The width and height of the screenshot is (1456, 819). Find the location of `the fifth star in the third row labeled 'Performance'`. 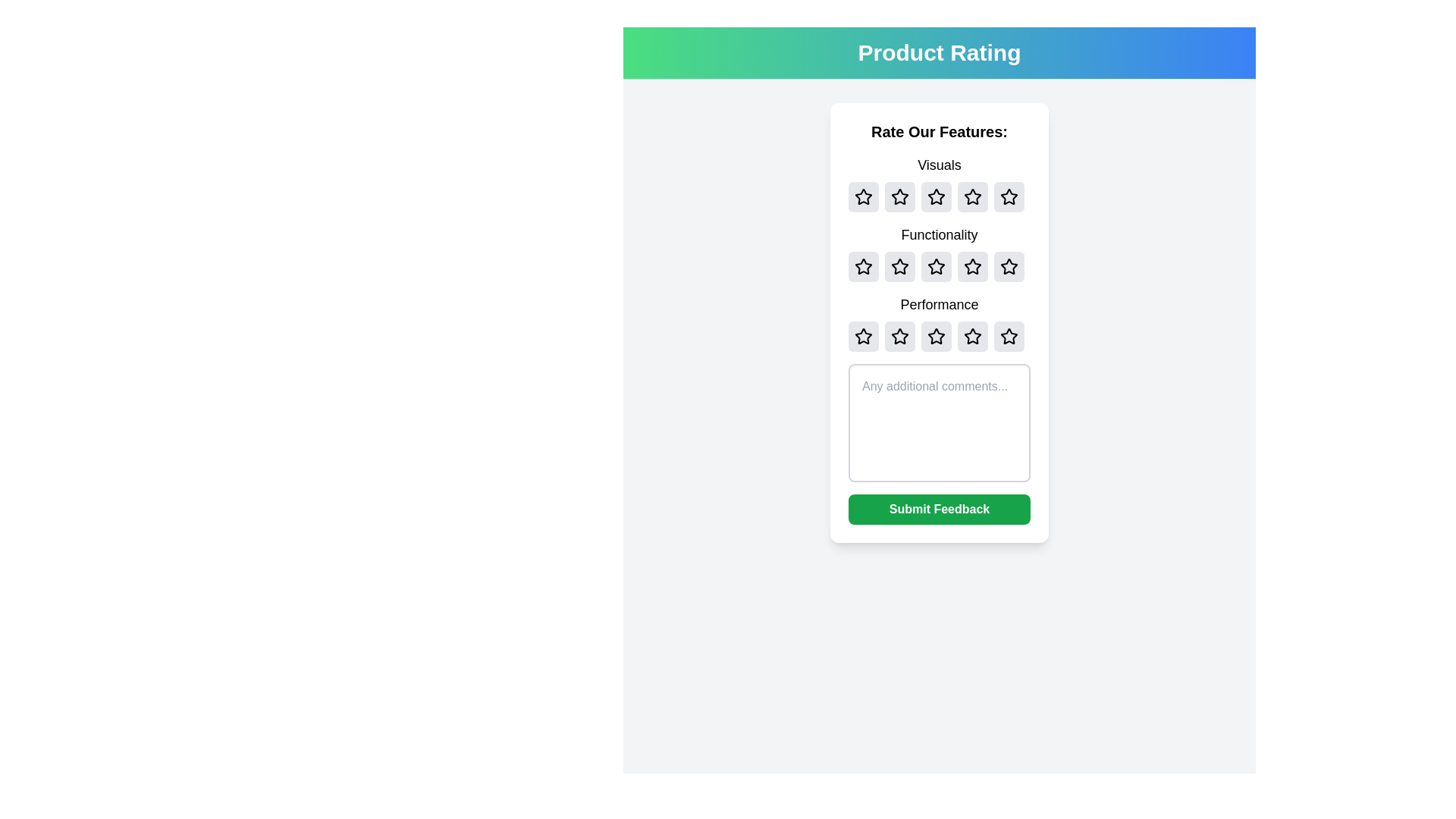

the fifth star in the third row labeled 'Performance' is located at coordinates (1008, 335).